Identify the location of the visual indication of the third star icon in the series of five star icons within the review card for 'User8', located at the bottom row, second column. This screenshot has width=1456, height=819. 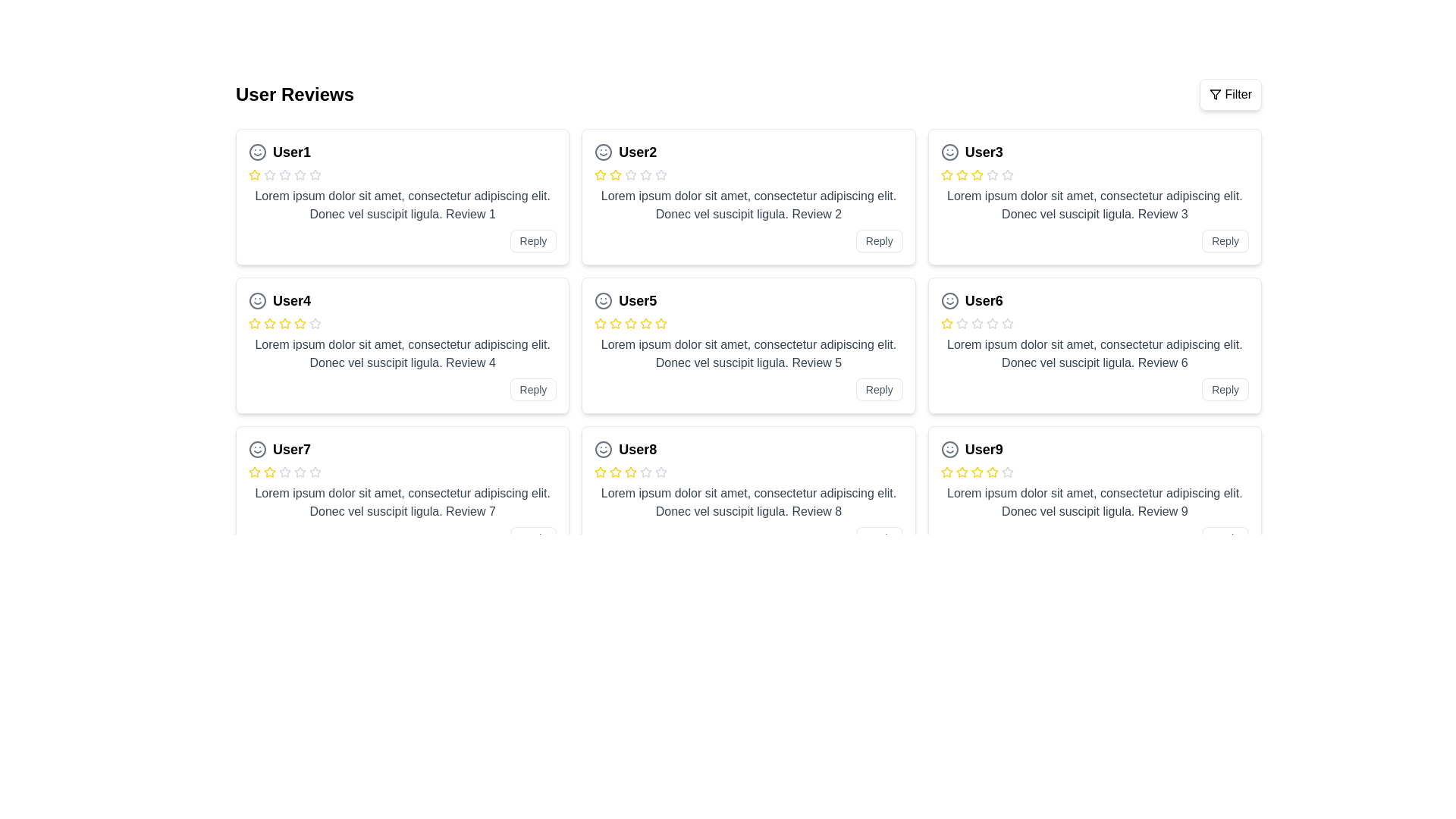
(616, 472).